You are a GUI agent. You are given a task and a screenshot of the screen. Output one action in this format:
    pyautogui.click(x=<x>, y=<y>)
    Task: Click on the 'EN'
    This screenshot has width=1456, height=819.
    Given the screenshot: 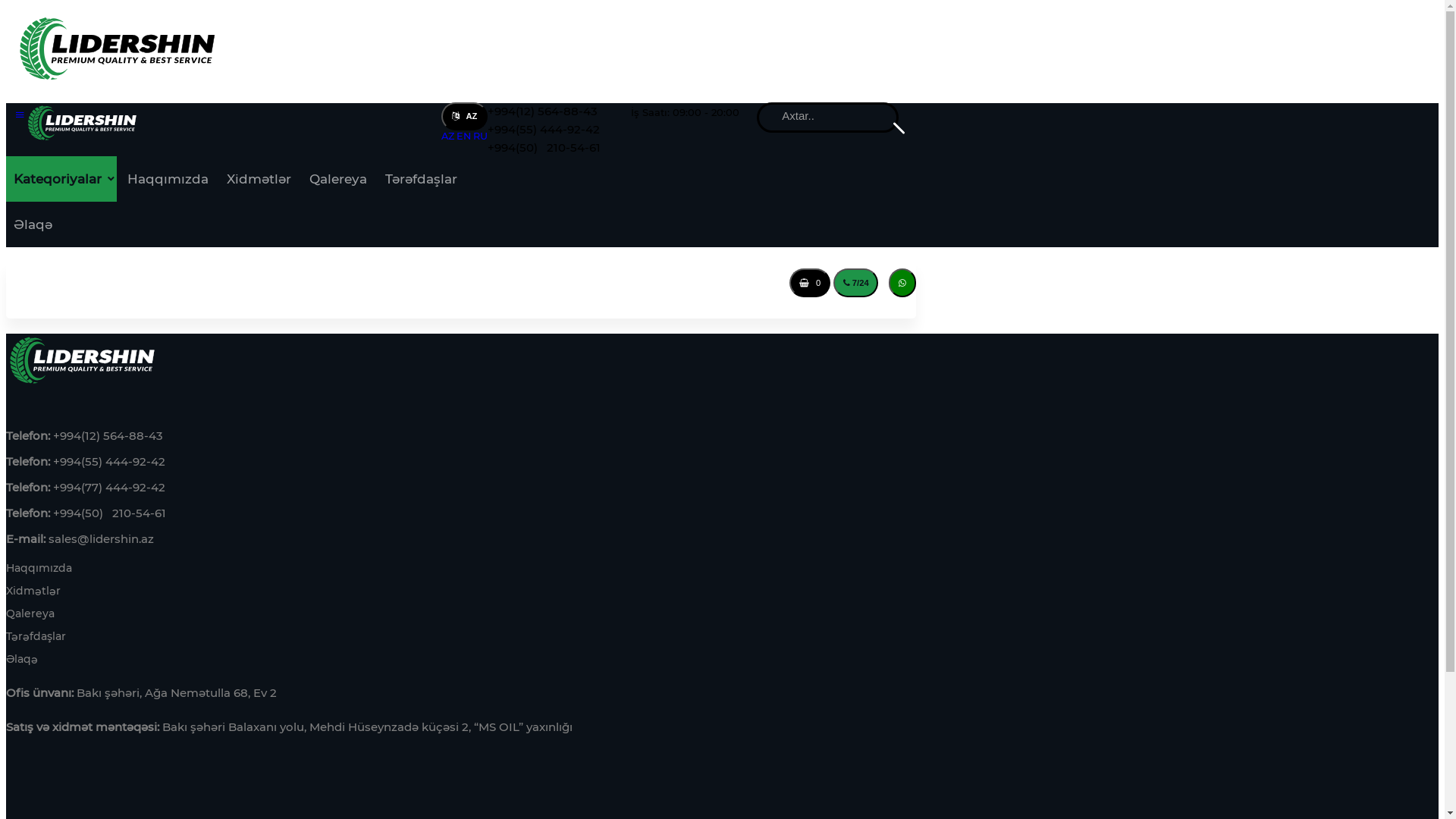 What is the action you would take?
    pyautogui.click(x=463, y=135)
    